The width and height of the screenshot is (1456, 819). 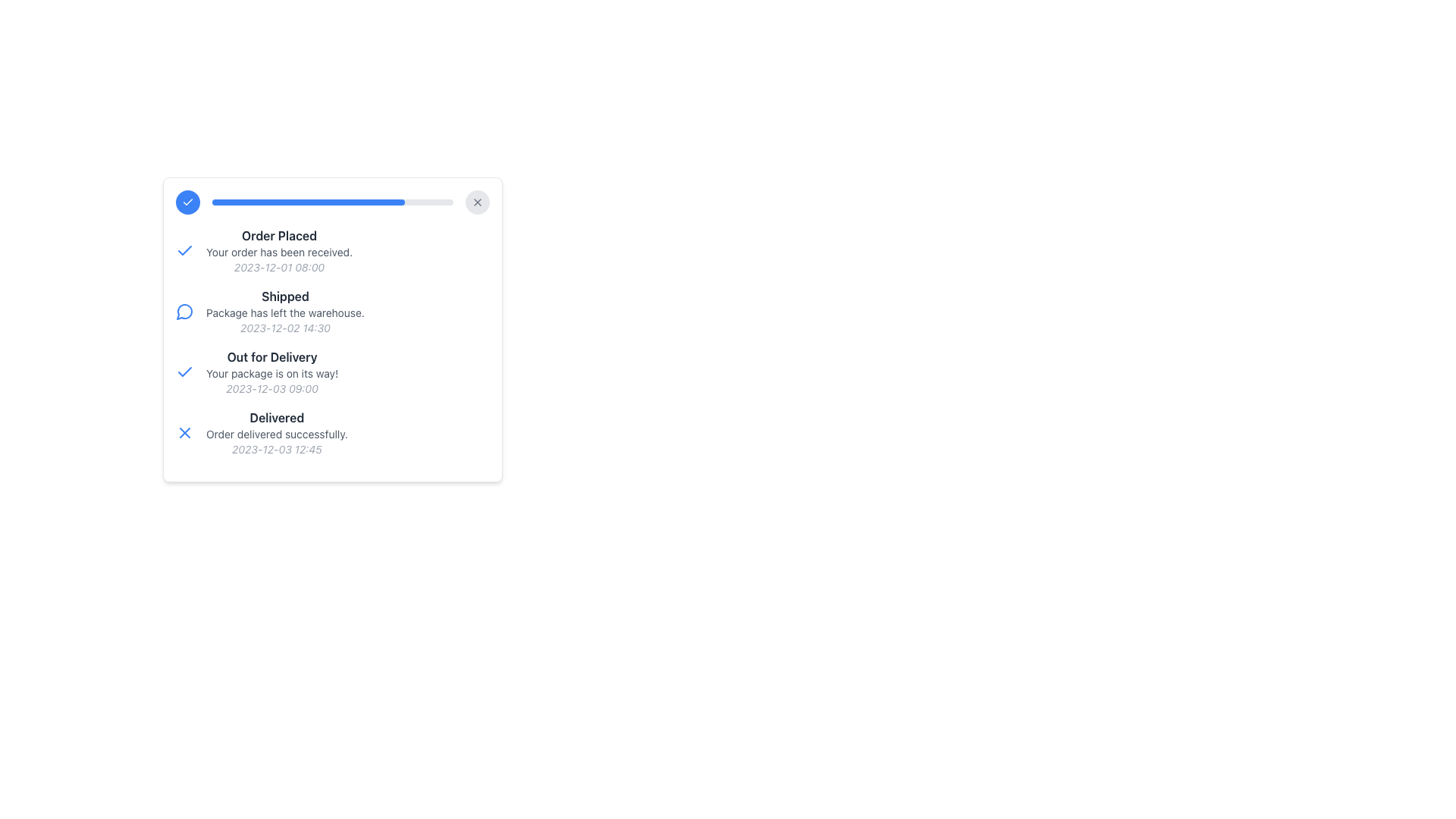 What do you see at coordinates (279, 251) in the screenshot?
I see `status text label that provides additional details about the 'Order Placed' stage of the order tracking interface, positioned below the heading 'Order Placed'` at bounding box center [279, 251].